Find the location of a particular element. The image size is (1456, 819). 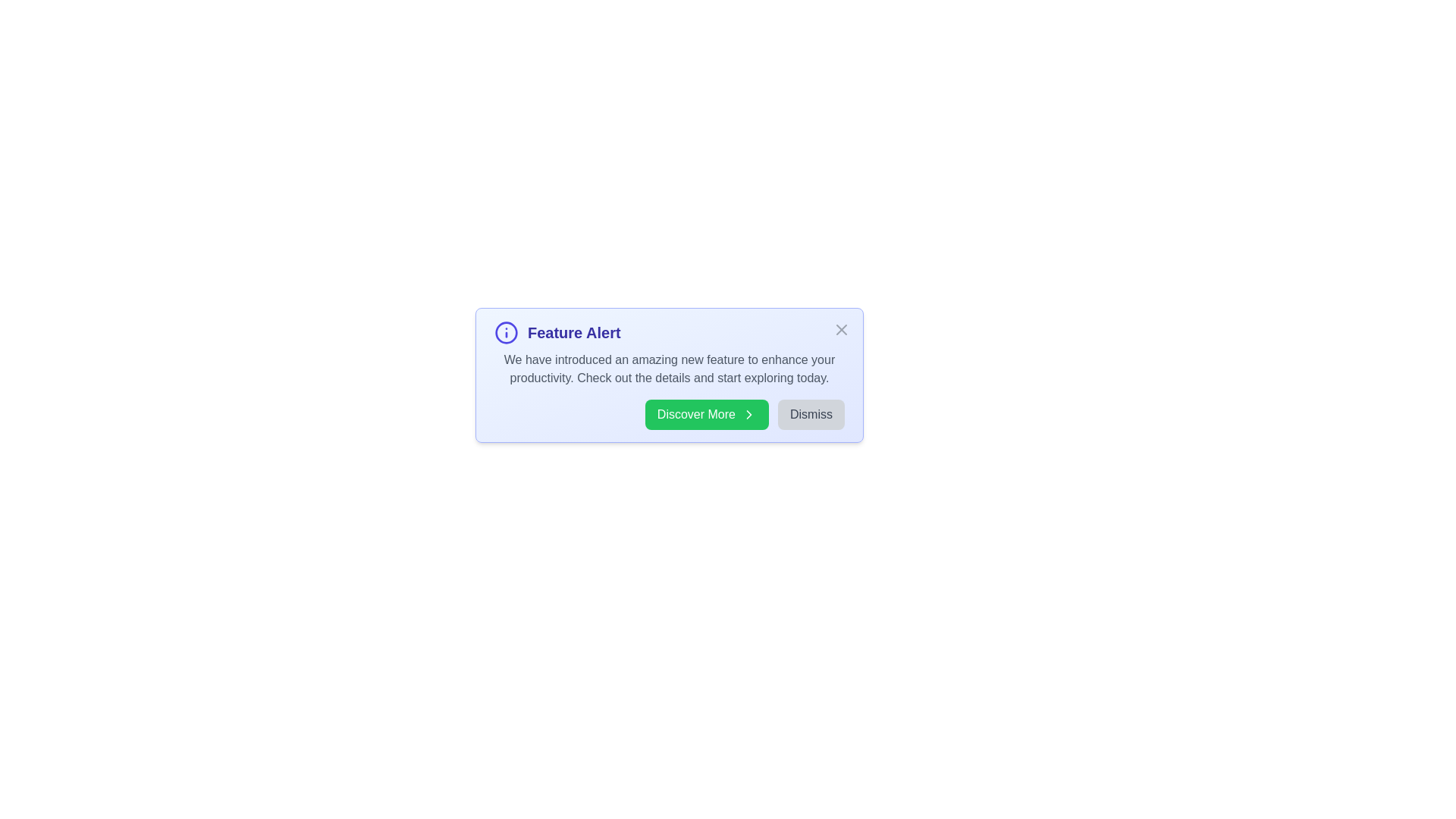

the 'Dismiss' button to close the alert is located at coordinates (811, 415).